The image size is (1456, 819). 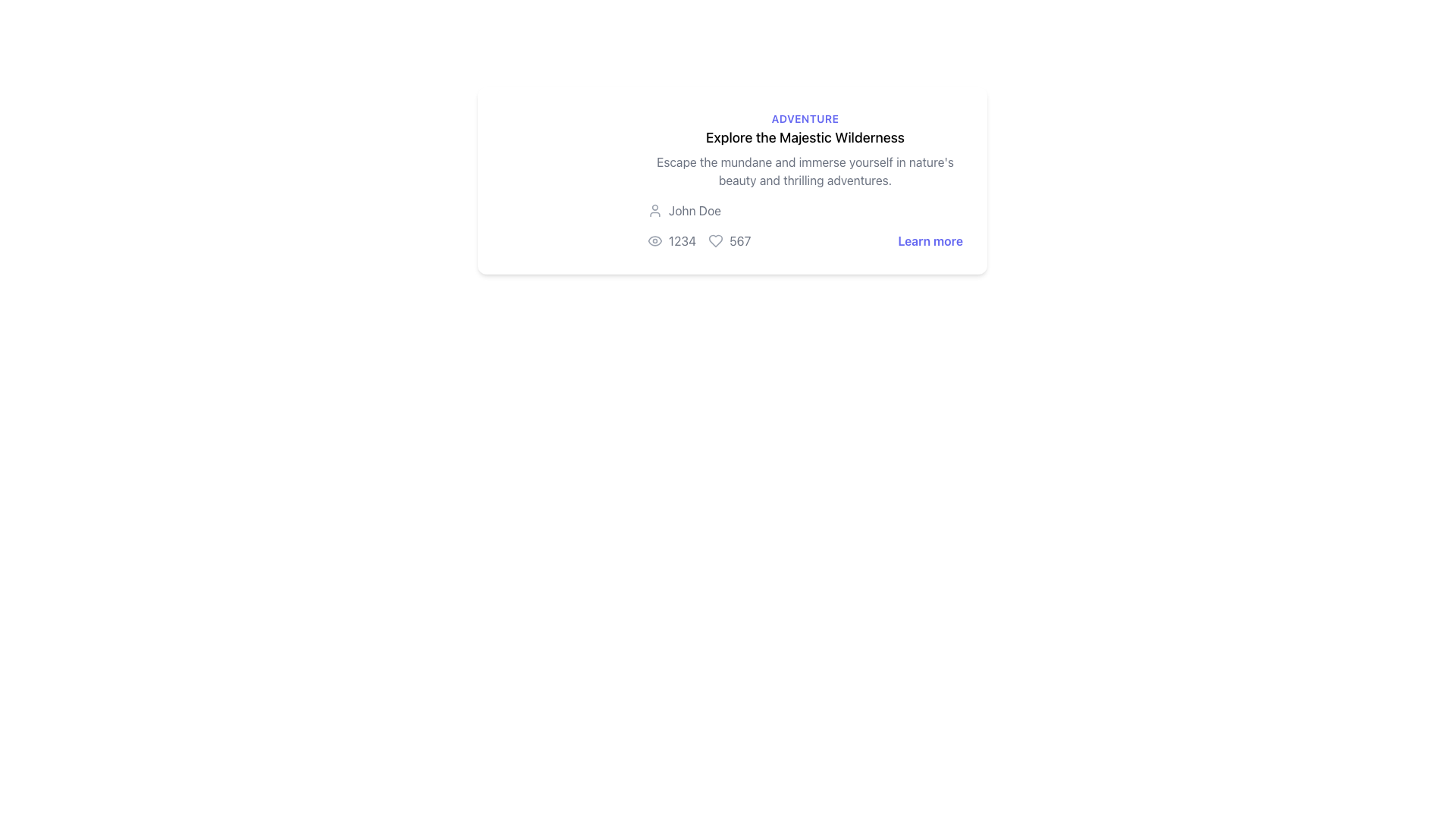 I want to click on the hyperlink styled as a heading with the text 'Explore the Majestic Wilderness', so click(x=804, y=137).